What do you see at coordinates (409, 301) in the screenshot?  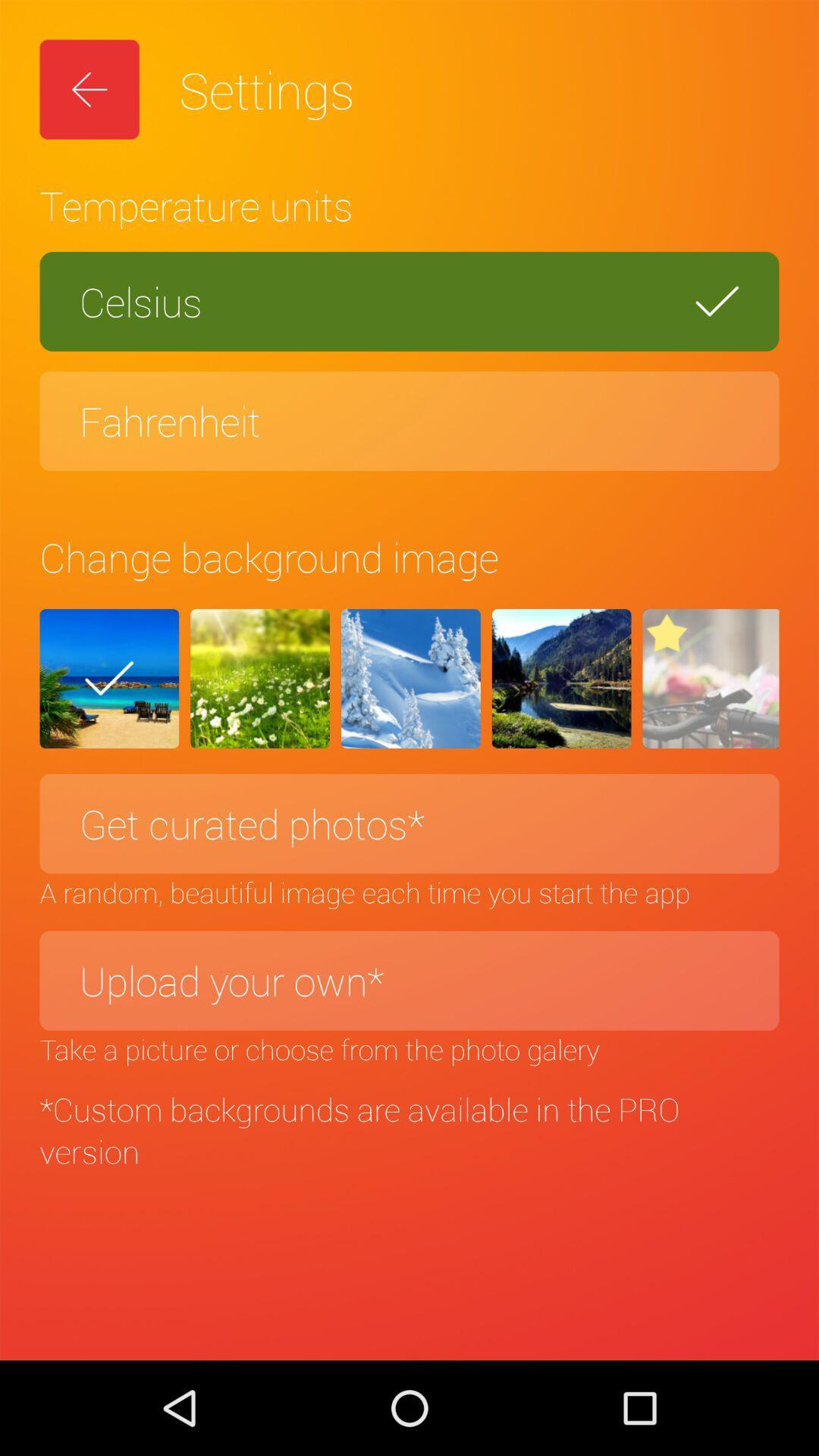 I see `icon below temperature units icon` at bounding box center [409, 301].